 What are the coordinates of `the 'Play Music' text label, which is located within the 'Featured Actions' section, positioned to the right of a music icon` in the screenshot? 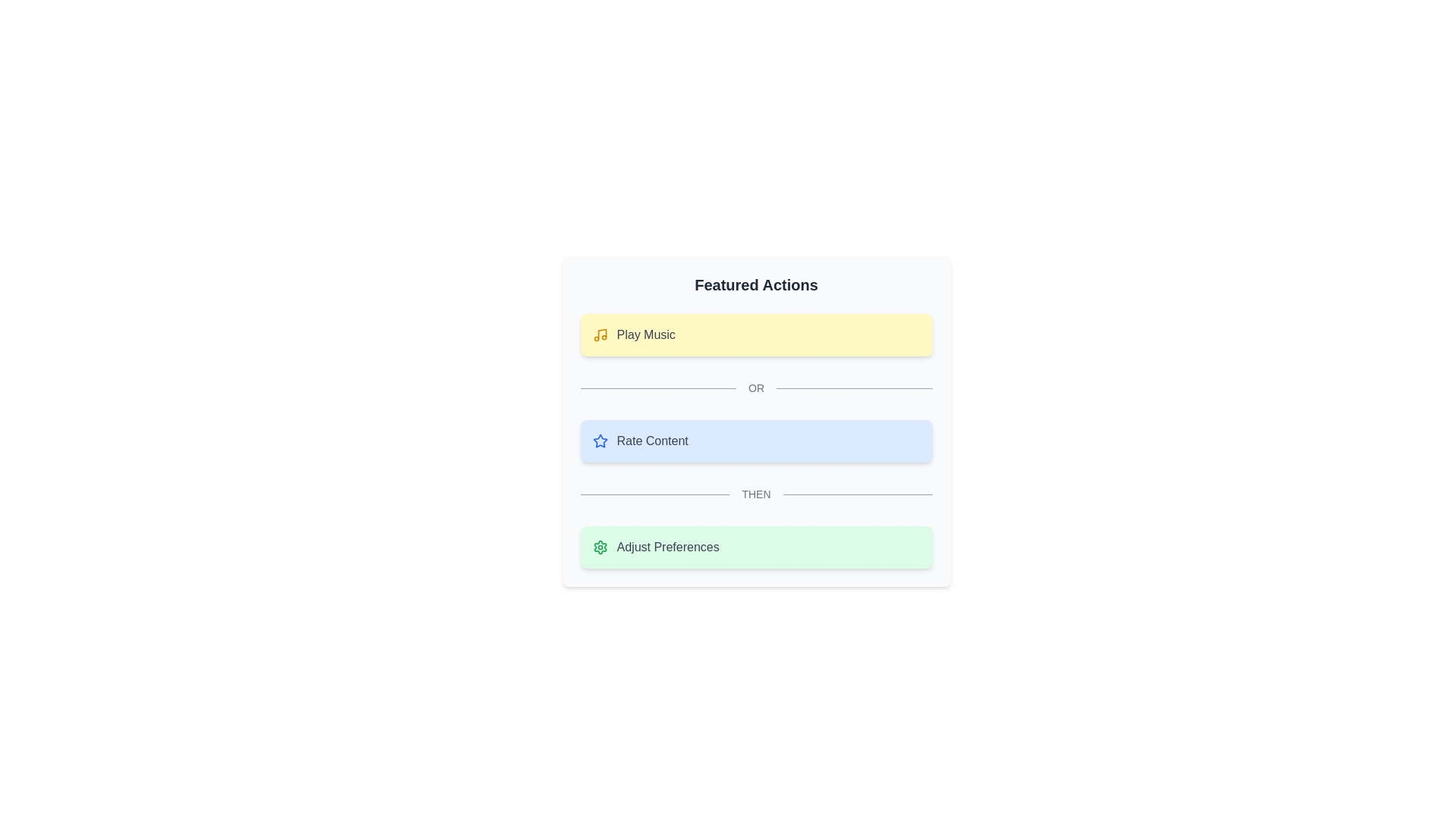 It's located at (646, 334).